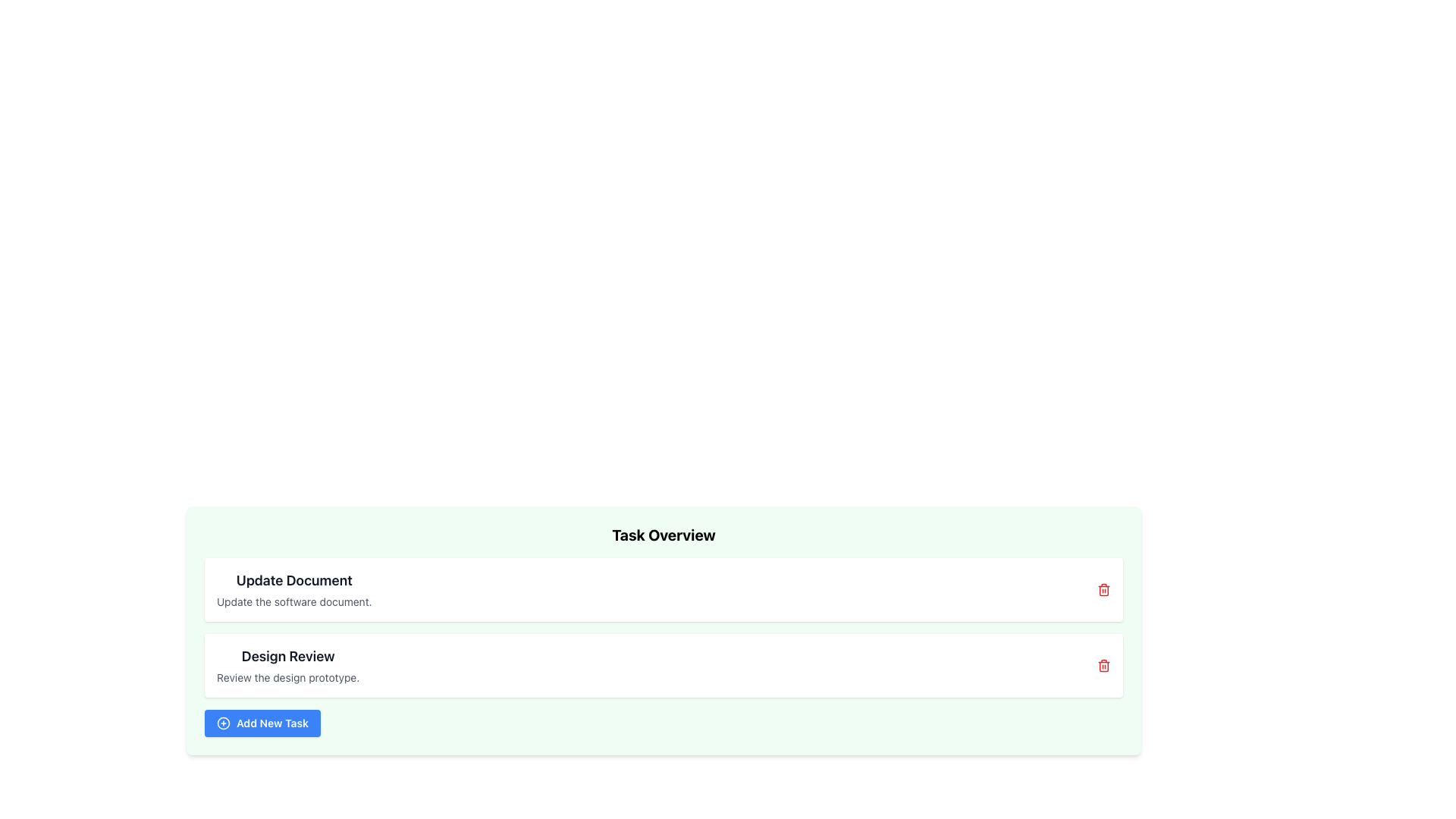 Image resolution: width=1456 pixels, height=819 pixels. I want to click on the blue rectangular button labeled 'Add New Task' located at the bottom of the task overview section, so click(262, 722).